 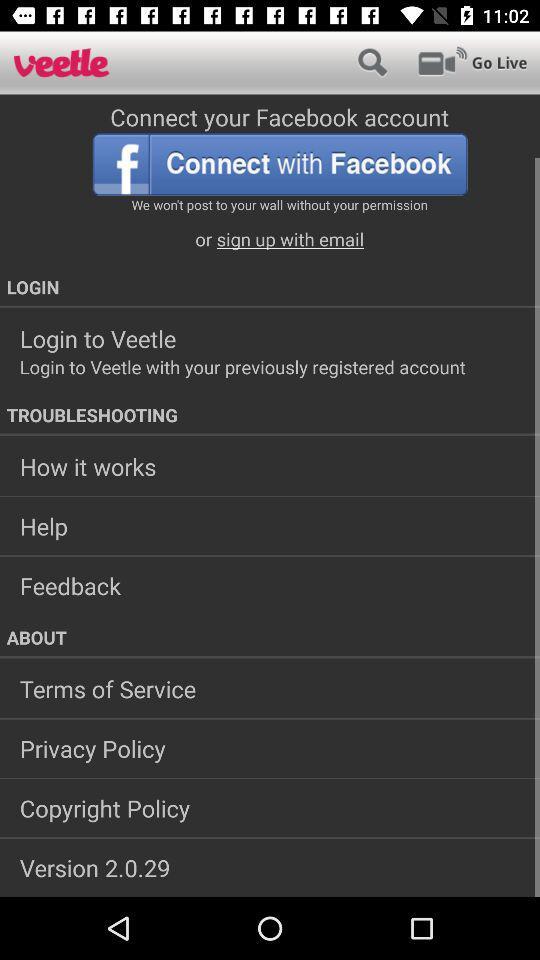 I want to click on the icon below the how it works item, so click(x=270, y=525).